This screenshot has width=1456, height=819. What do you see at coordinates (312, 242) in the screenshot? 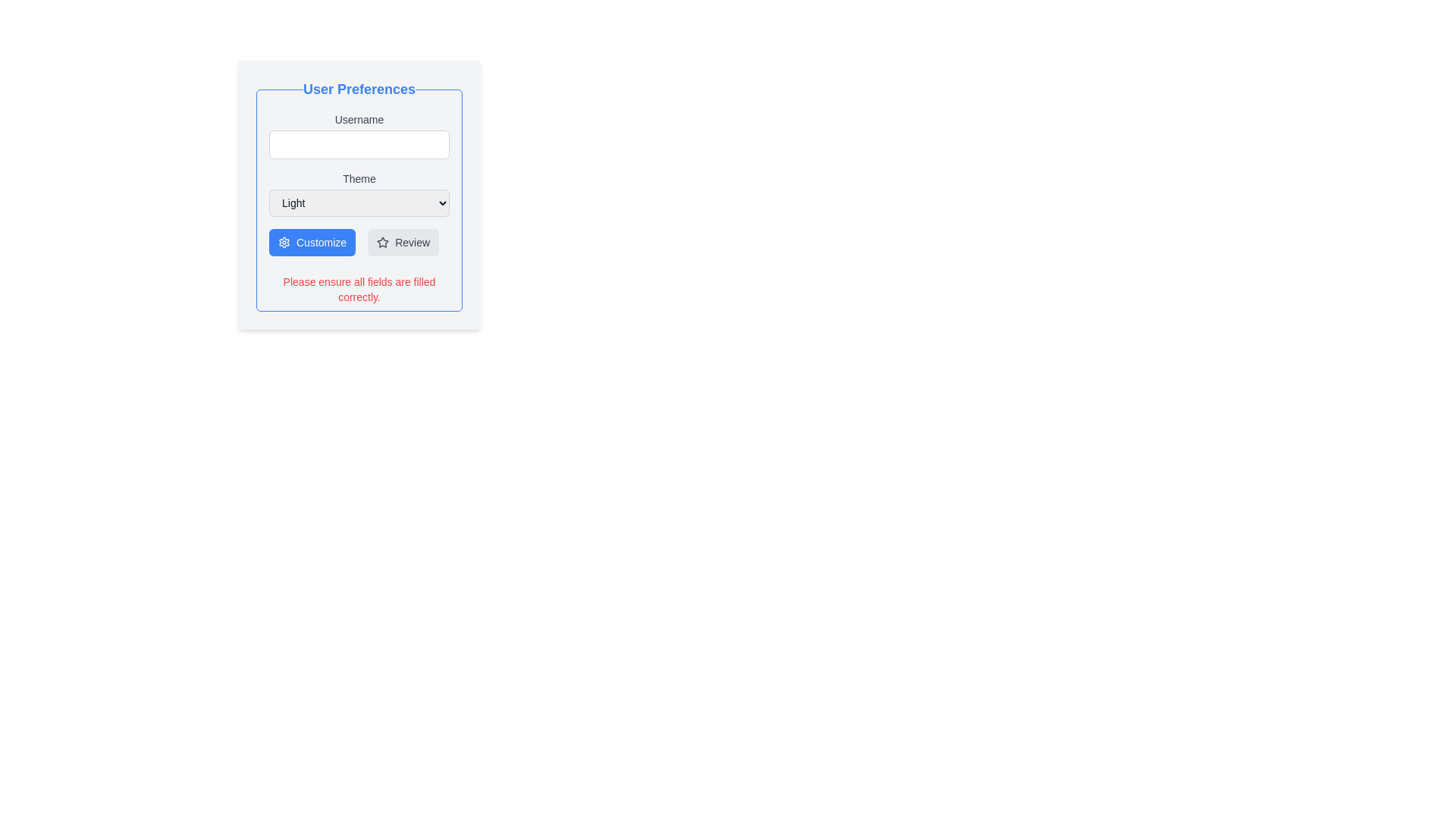
I see `the 'Customize' button, which has a blue background and white bold text` at bounding box center [312, 242].